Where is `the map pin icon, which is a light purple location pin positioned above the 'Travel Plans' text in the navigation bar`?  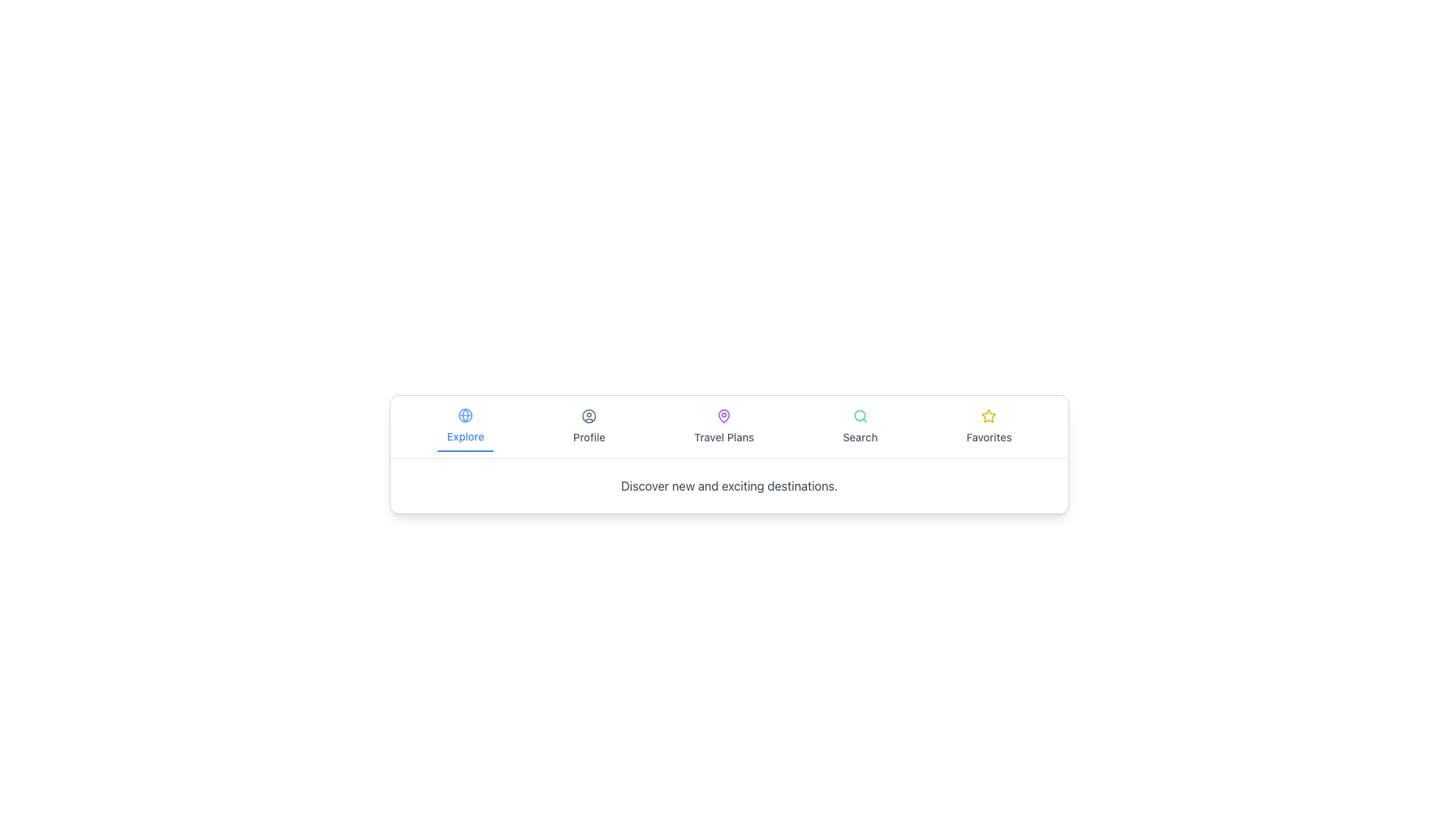 the map pin icon, which is a light purple location pin positioned above the 'Travel Plans' text in the navigation bar is located at coordinates (723, 416).